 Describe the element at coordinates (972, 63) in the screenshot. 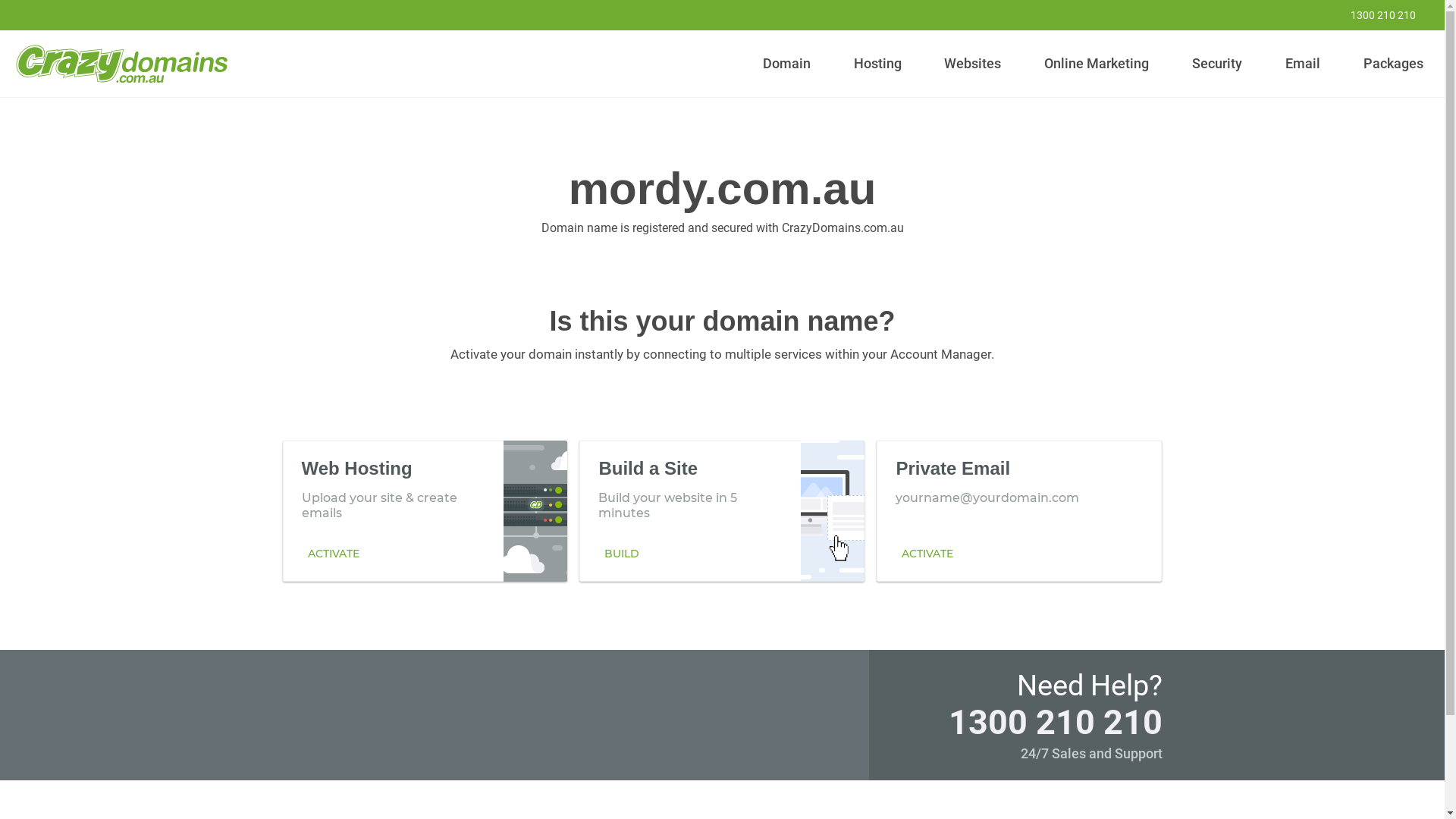

I see `'Websites'` at that location.